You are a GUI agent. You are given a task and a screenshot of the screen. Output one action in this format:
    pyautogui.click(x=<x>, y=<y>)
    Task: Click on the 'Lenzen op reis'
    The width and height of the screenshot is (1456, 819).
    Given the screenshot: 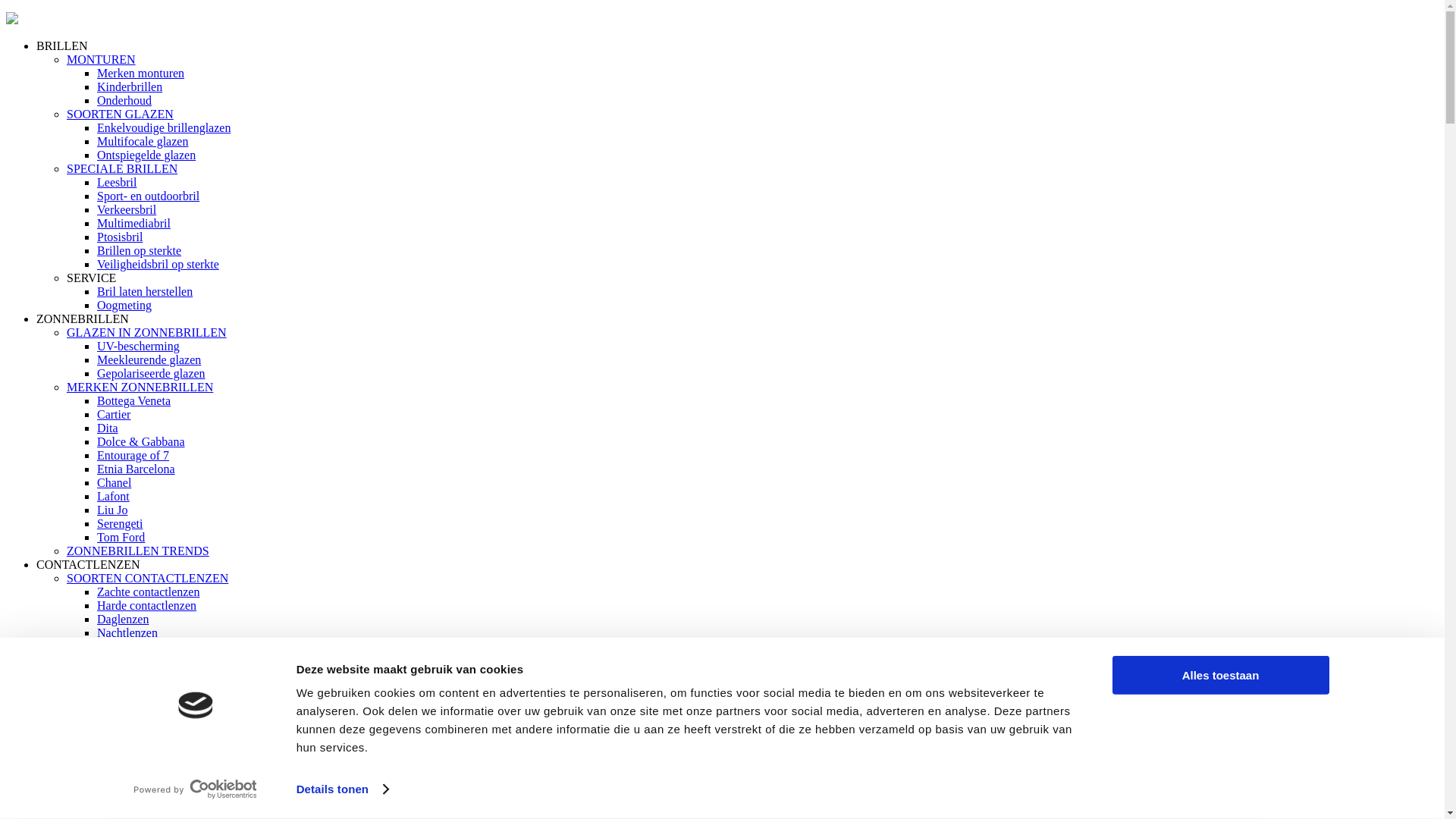 What is the action you would take?
    pyautogui.click(x=132, y=755)
    